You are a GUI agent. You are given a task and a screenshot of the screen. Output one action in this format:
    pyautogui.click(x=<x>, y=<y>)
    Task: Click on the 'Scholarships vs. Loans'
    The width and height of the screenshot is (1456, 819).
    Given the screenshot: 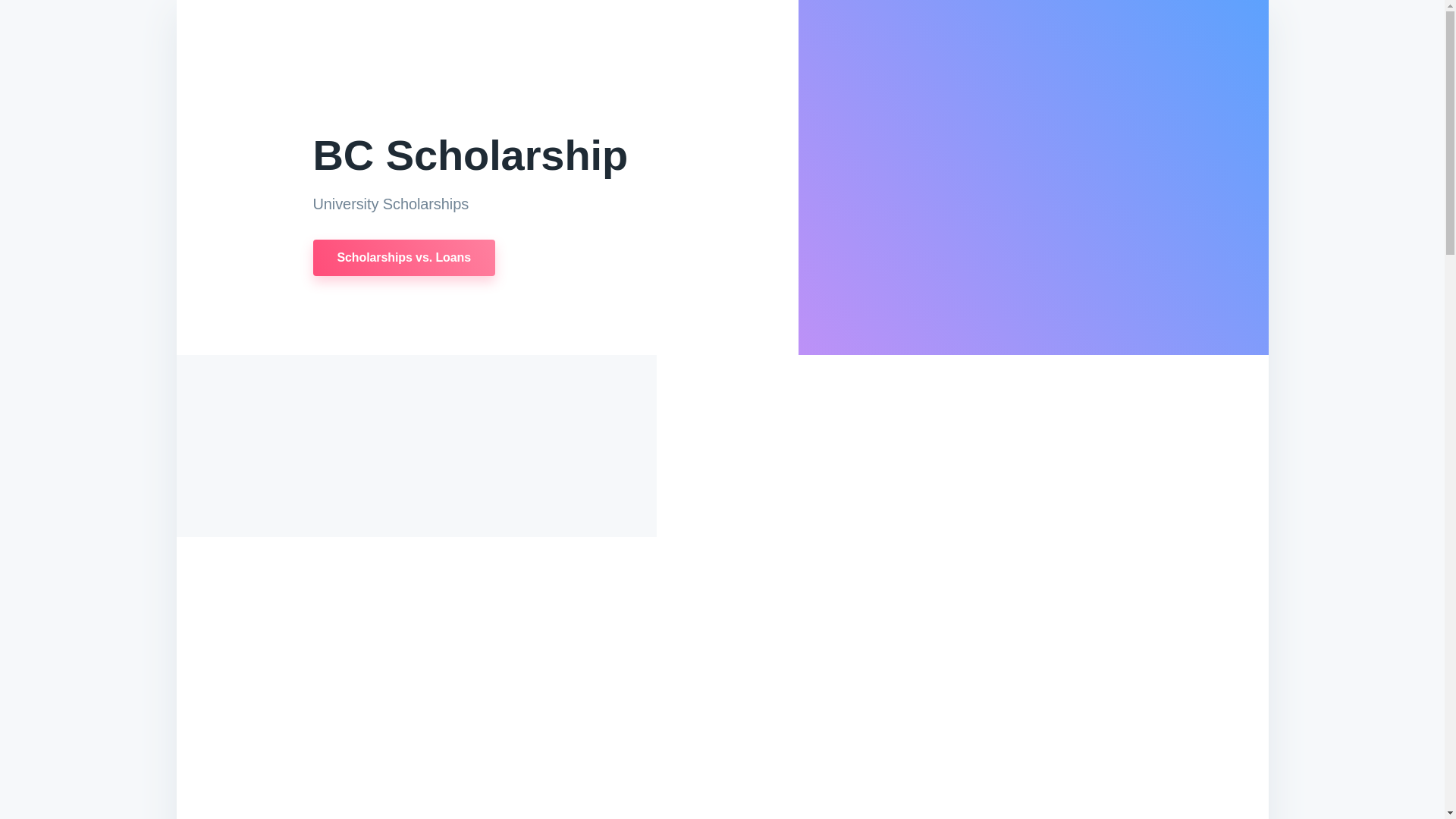 What is the action you would take?
    pyautogui.click(x=403, y=256)
    